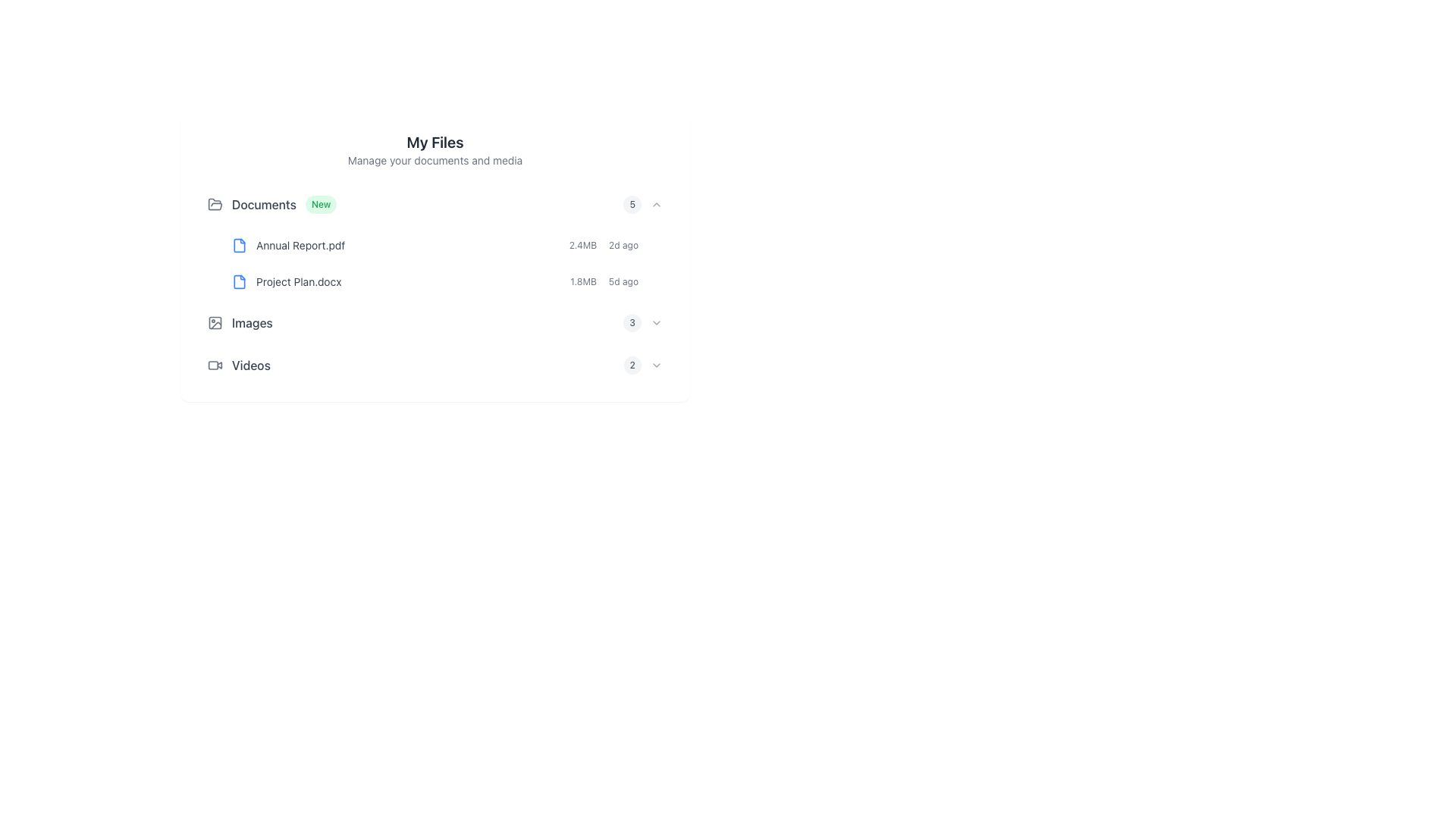  What do you see at coordinates (616, 245) in the screenshot?
I see `the Text Label displaying '2.4MB' and '2d ago', which is positioned to the right of the file entry 'Annual Report.pdf' in the metadata row` at bounding box center [616, 245].